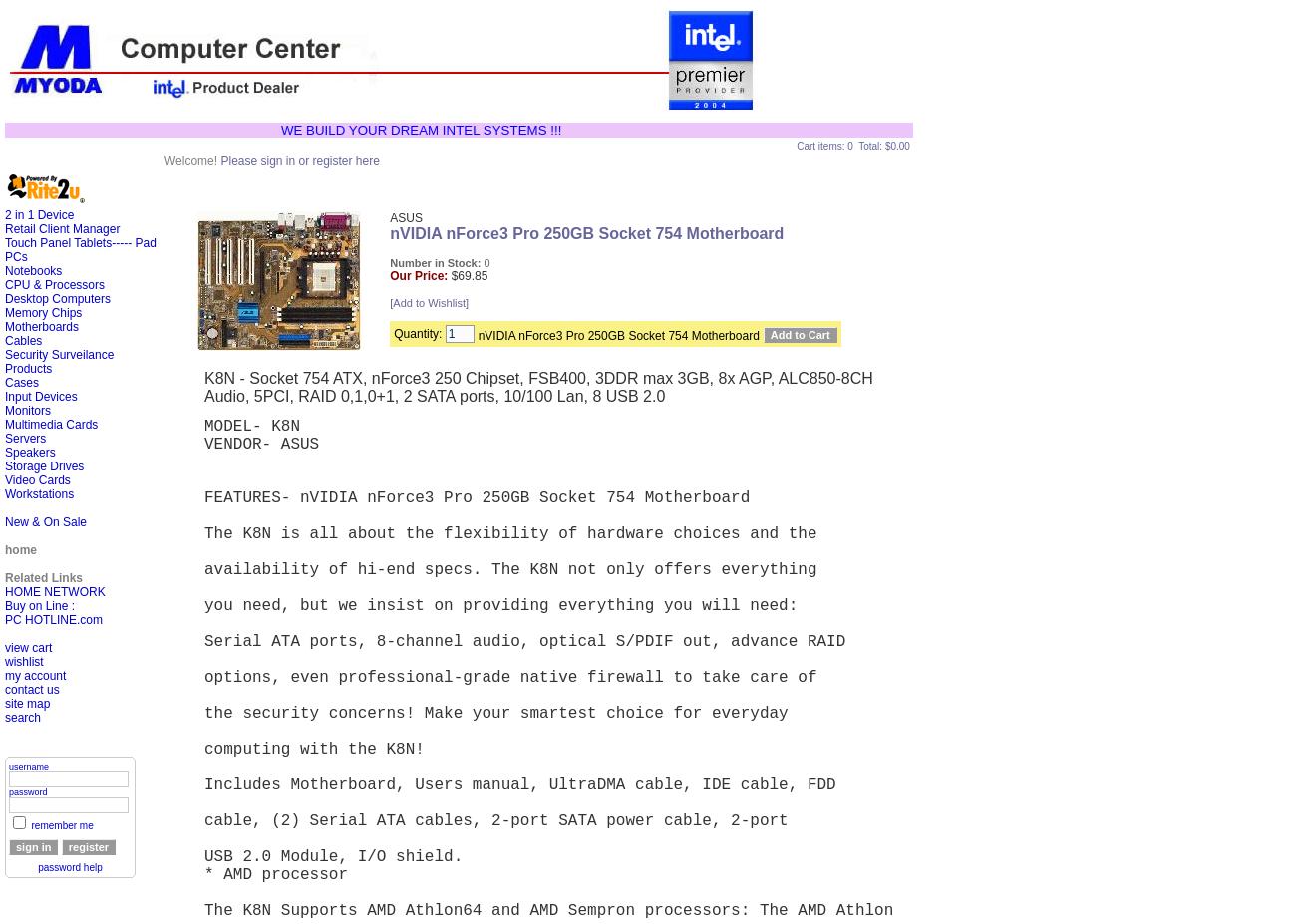  What do you see at coordinates (32, 270) in the screenshot?
I see `'Notebooks'` at bounding box center [32, 270].